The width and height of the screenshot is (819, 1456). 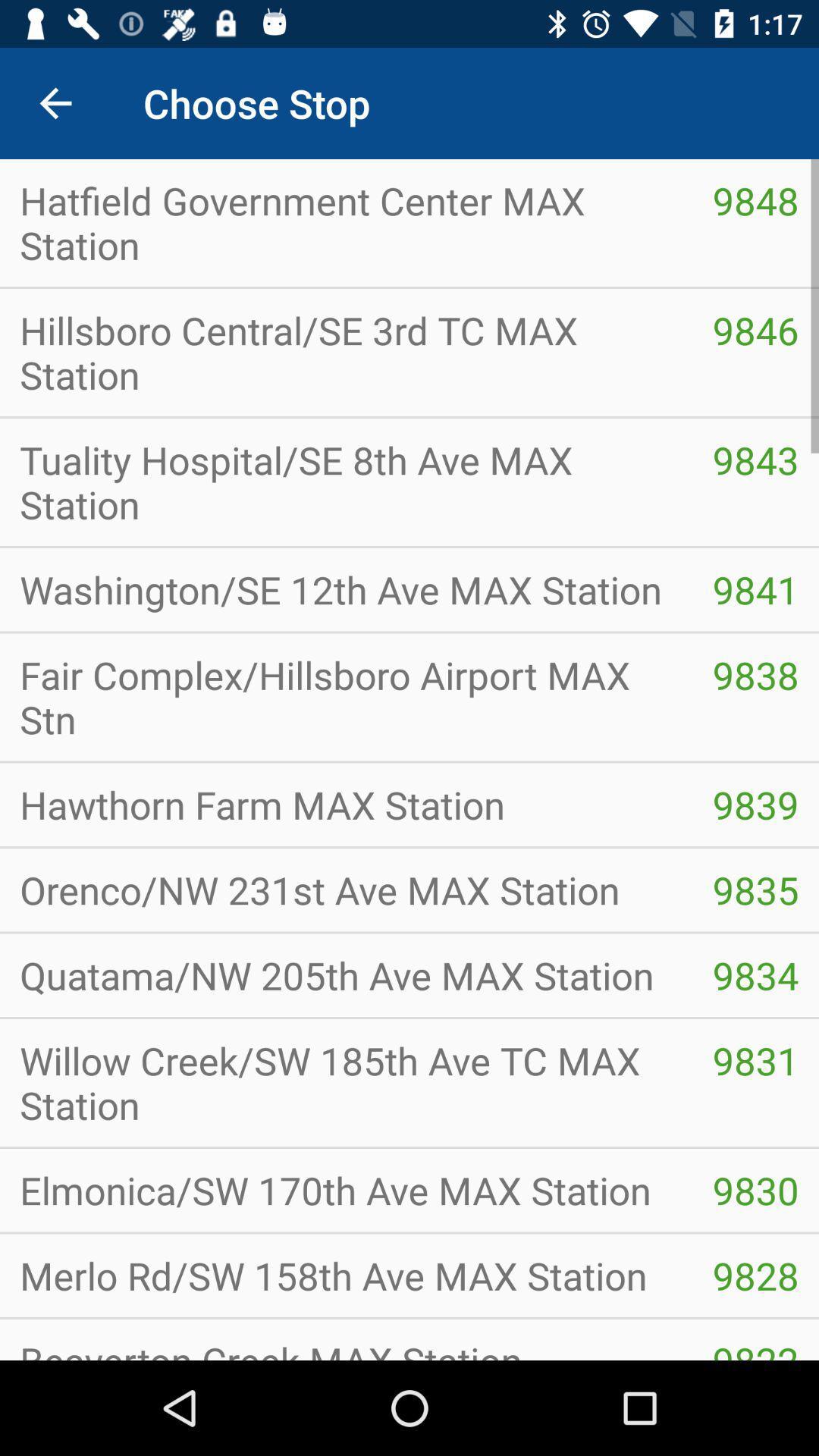 I want to click on icon below elmonica sw 170th icon, so click(x=346, y=1275).